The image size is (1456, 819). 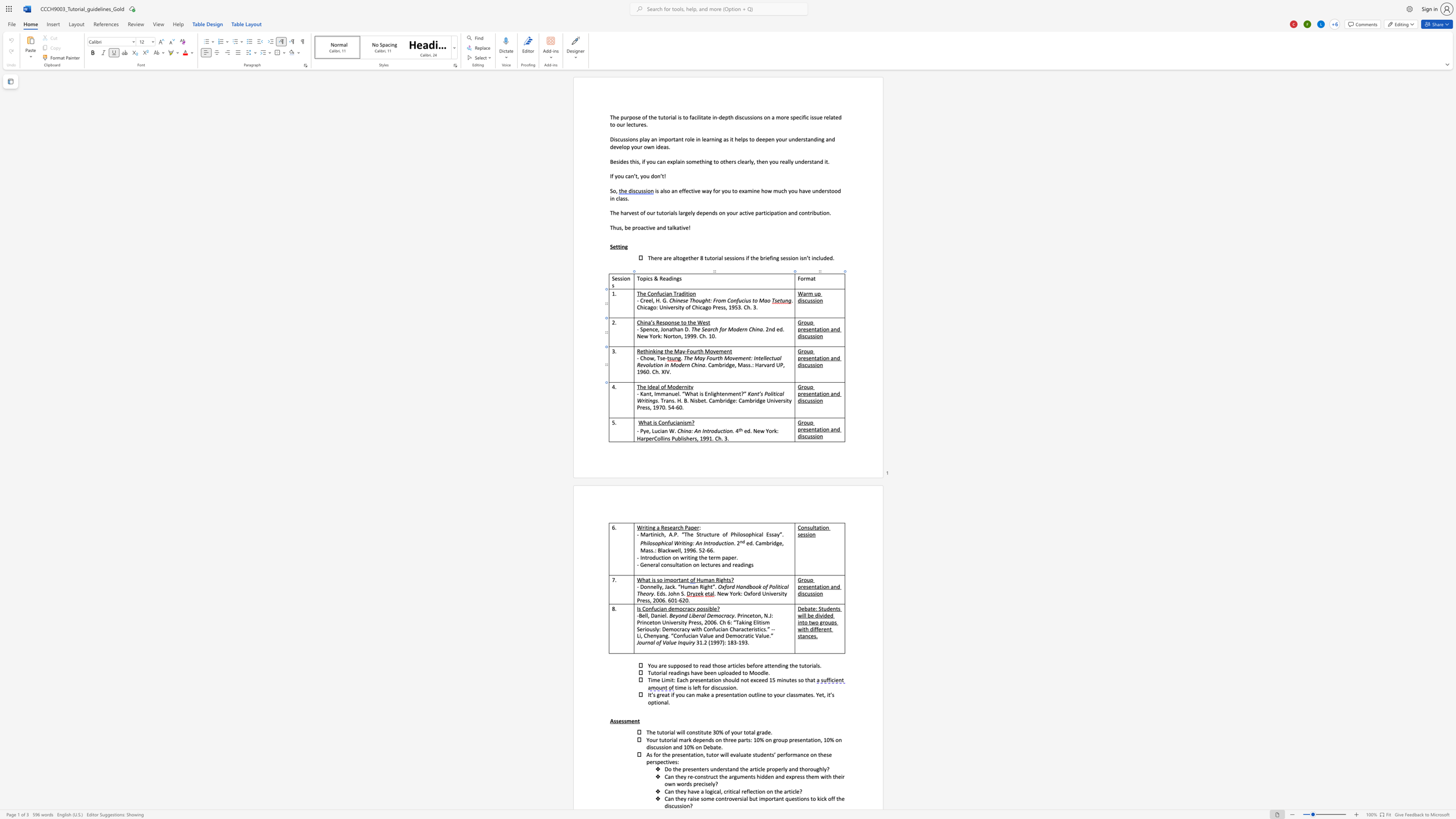 I want to click on the space between the continuous character "M" and "o" in the text, so click(x=671, y=387).